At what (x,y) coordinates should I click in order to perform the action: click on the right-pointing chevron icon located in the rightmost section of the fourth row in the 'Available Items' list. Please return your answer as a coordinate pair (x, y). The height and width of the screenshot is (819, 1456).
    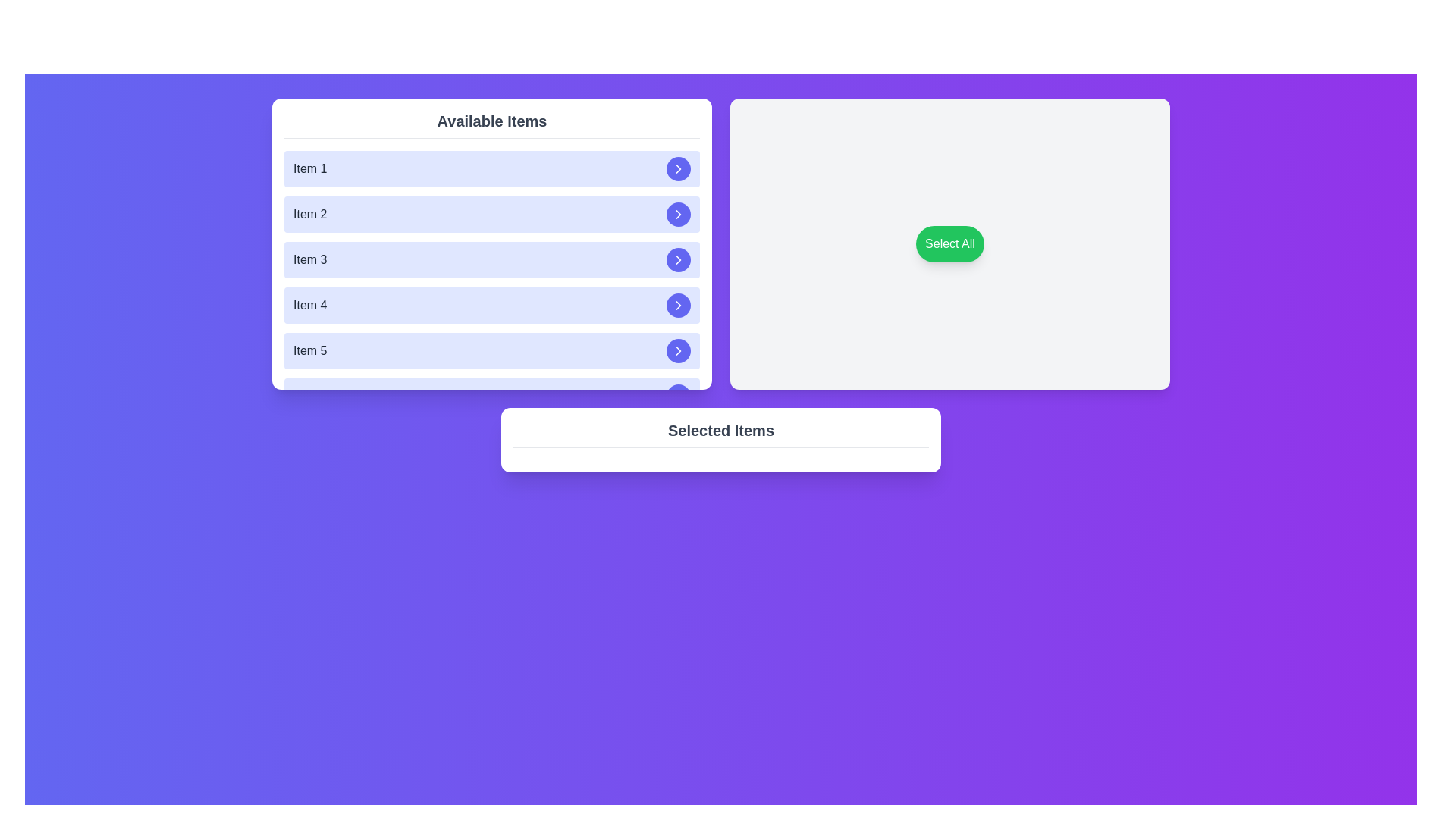
    Looking at the image, I should click on (677, 305).